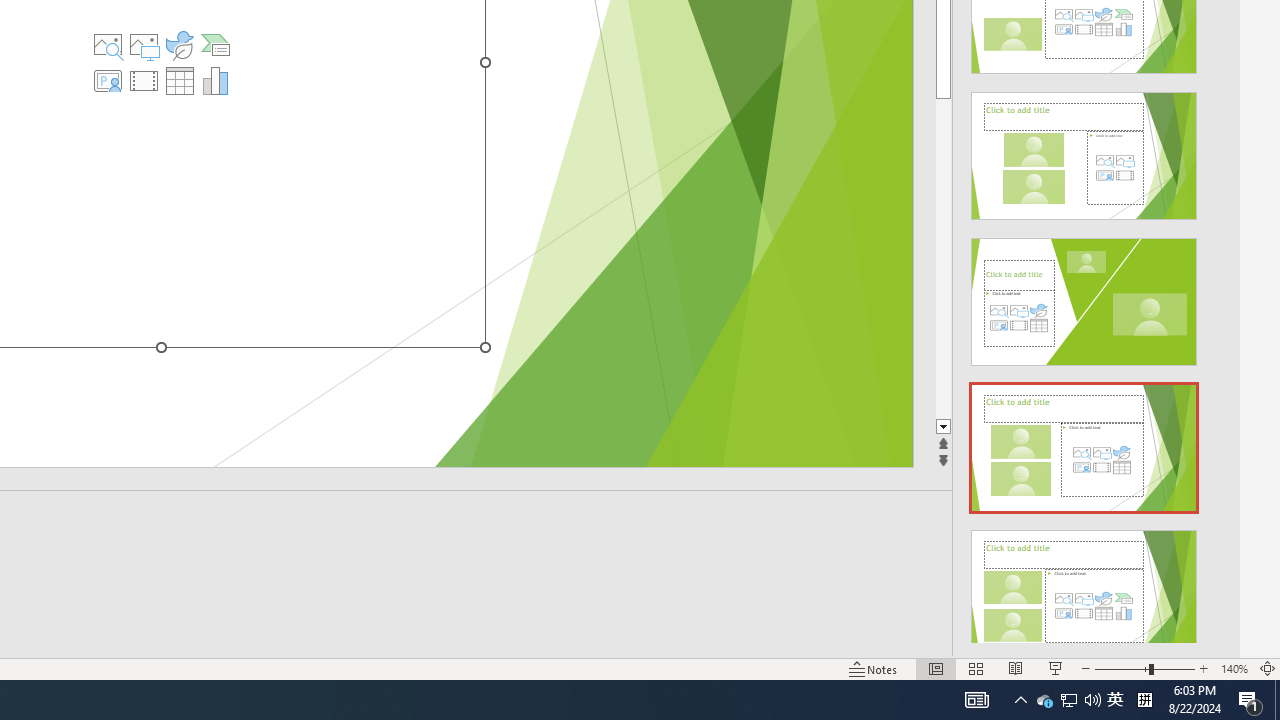 The image size is (1280, 720). Describe the element at coordinates (215, 80) in the screenshot. I see `'Insert Chart'` at that location.